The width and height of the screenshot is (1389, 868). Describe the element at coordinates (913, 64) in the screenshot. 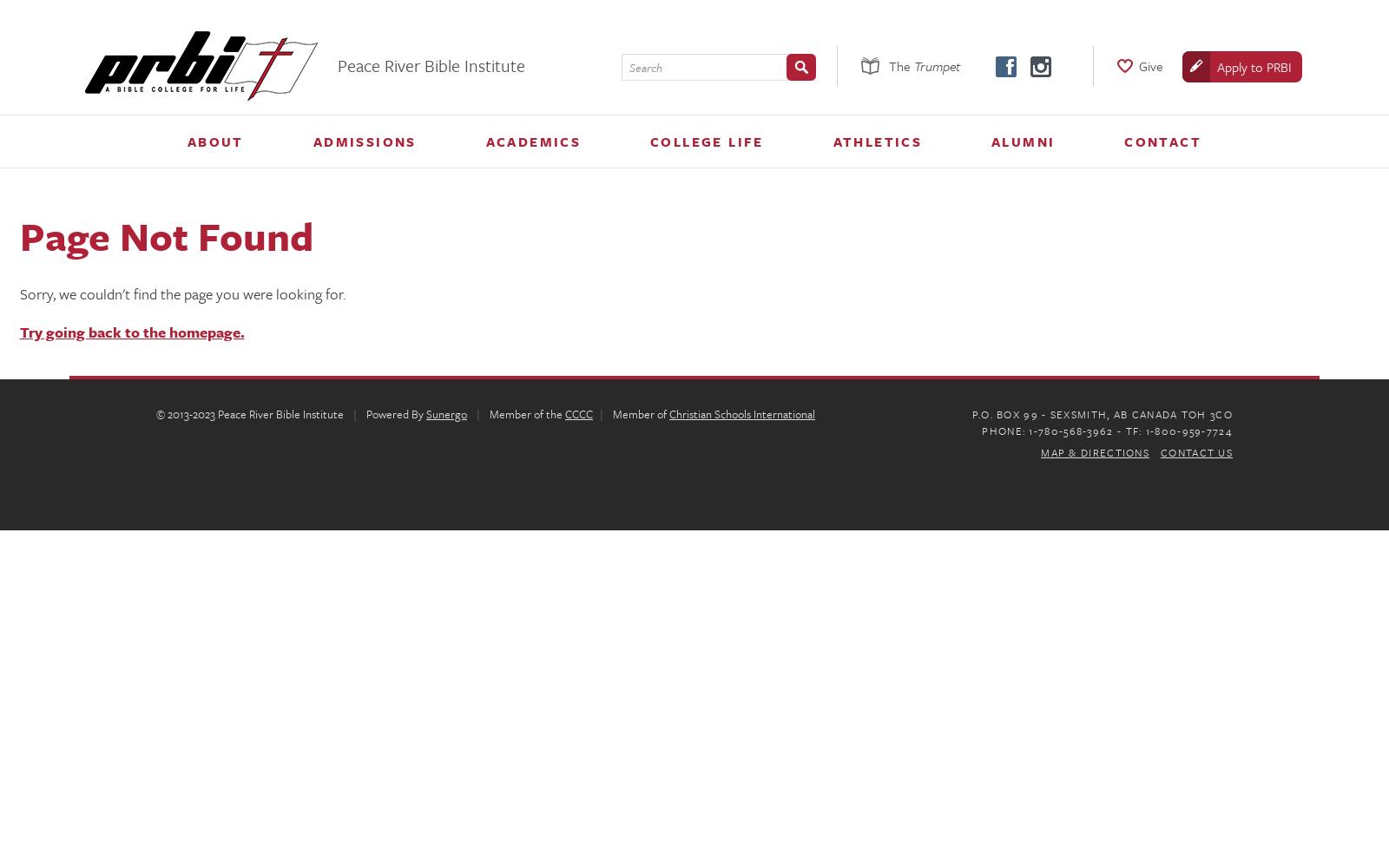

I see `'Trumpet'` at that location.